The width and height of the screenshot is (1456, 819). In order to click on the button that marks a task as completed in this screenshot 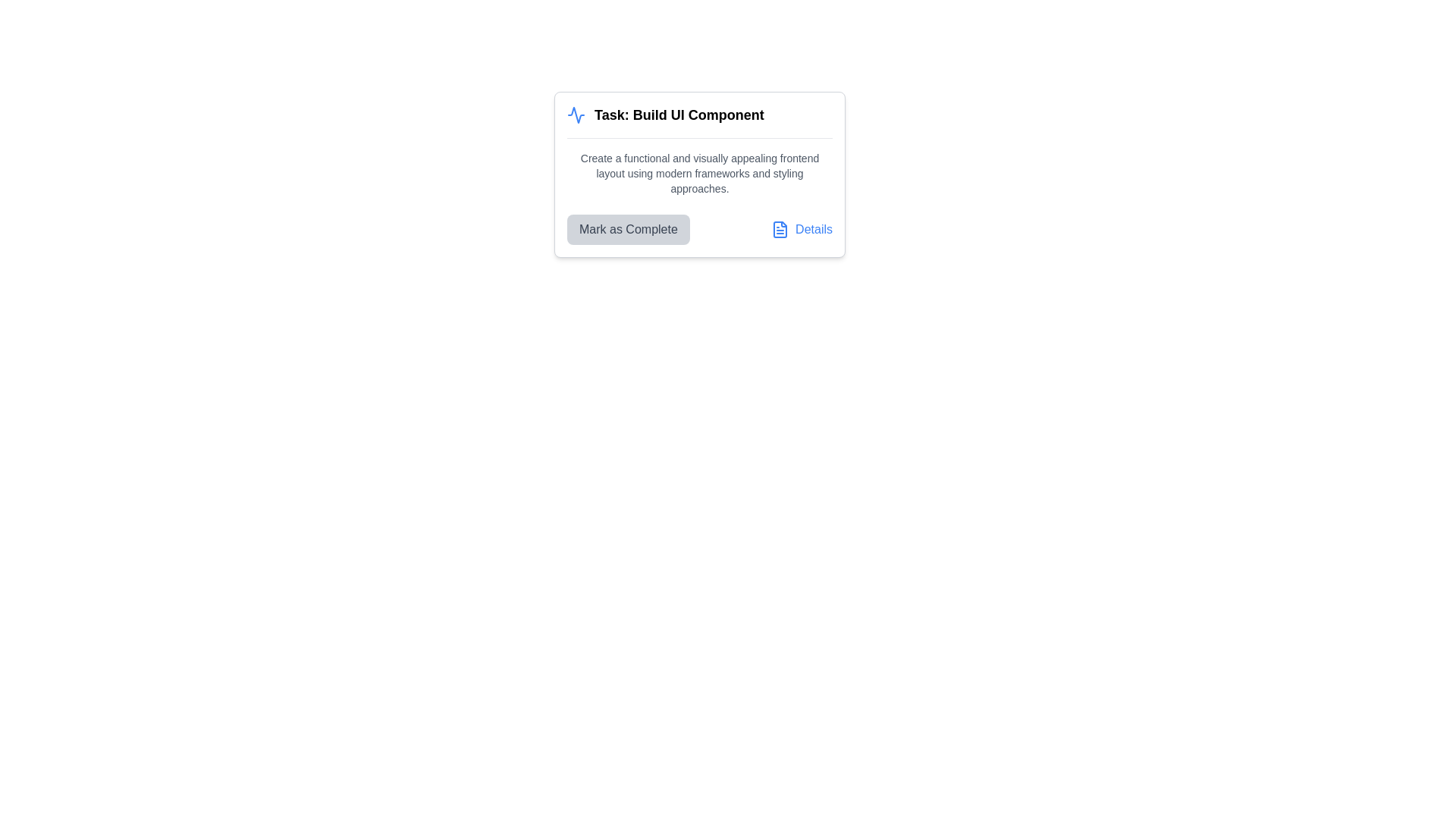, I will do `click(628, 230)`.